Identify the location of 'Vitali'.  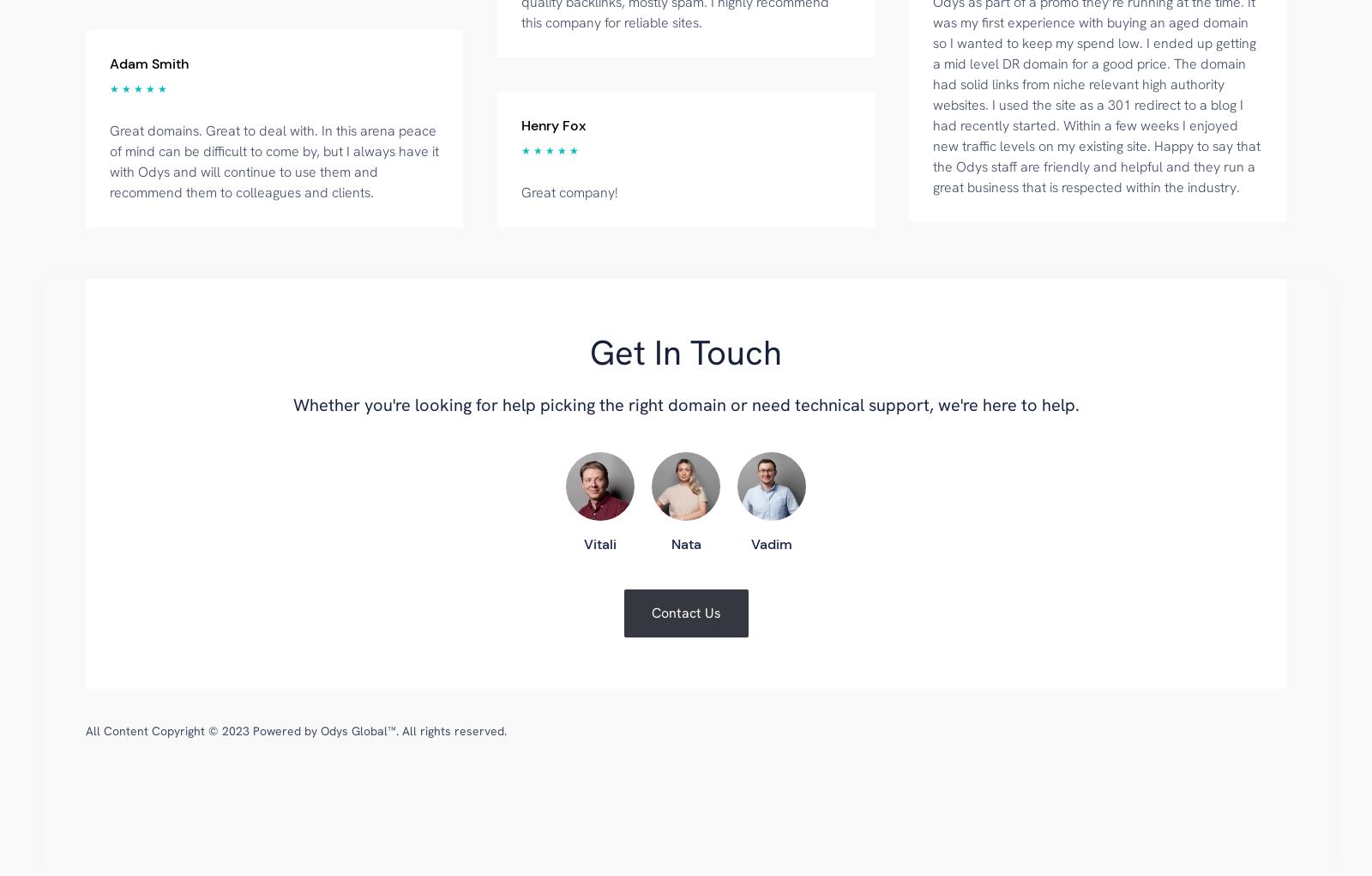
(600, 542).